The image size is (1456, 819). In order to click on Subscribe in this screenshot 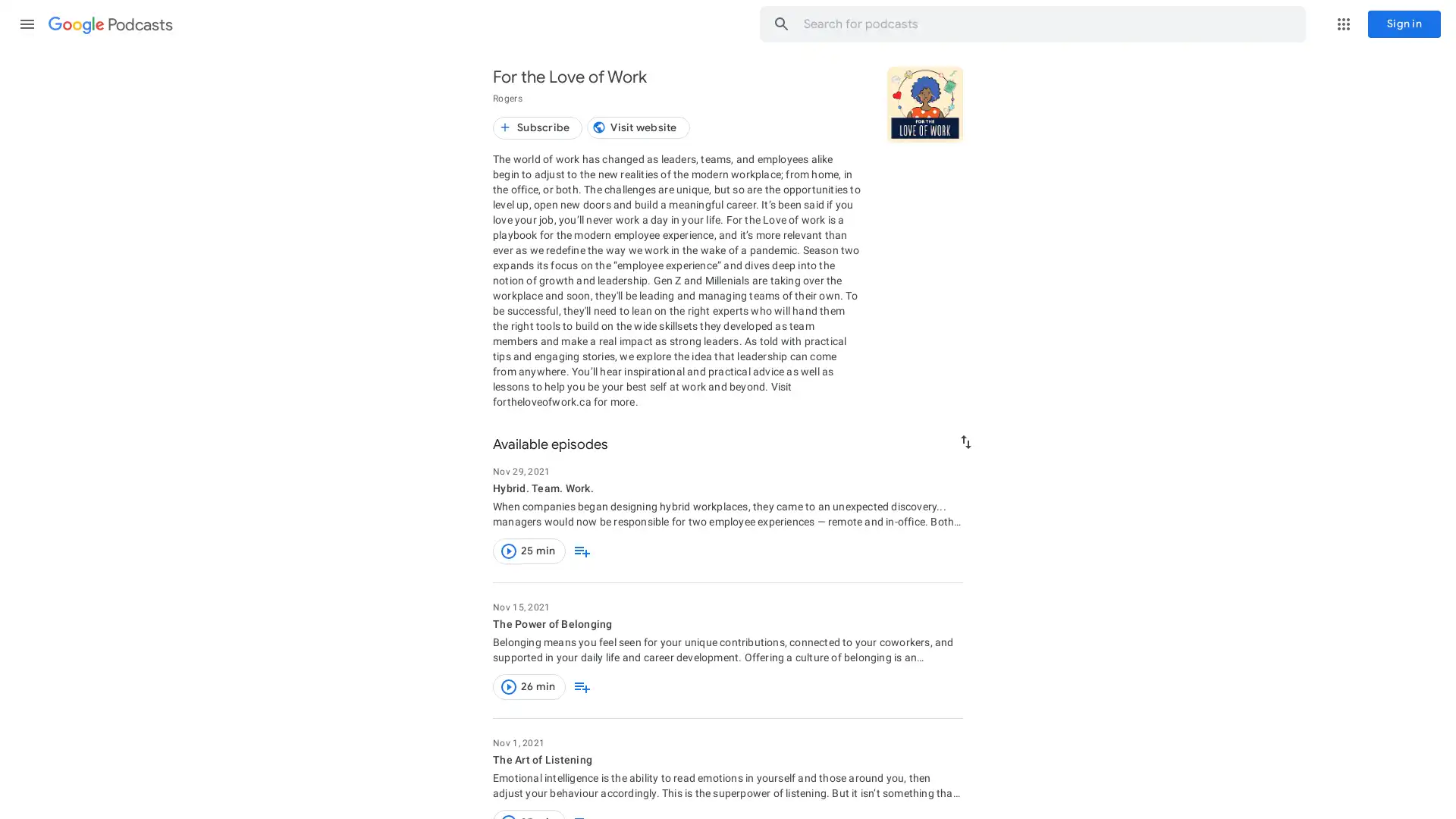, I will do `click(538, 127)`.